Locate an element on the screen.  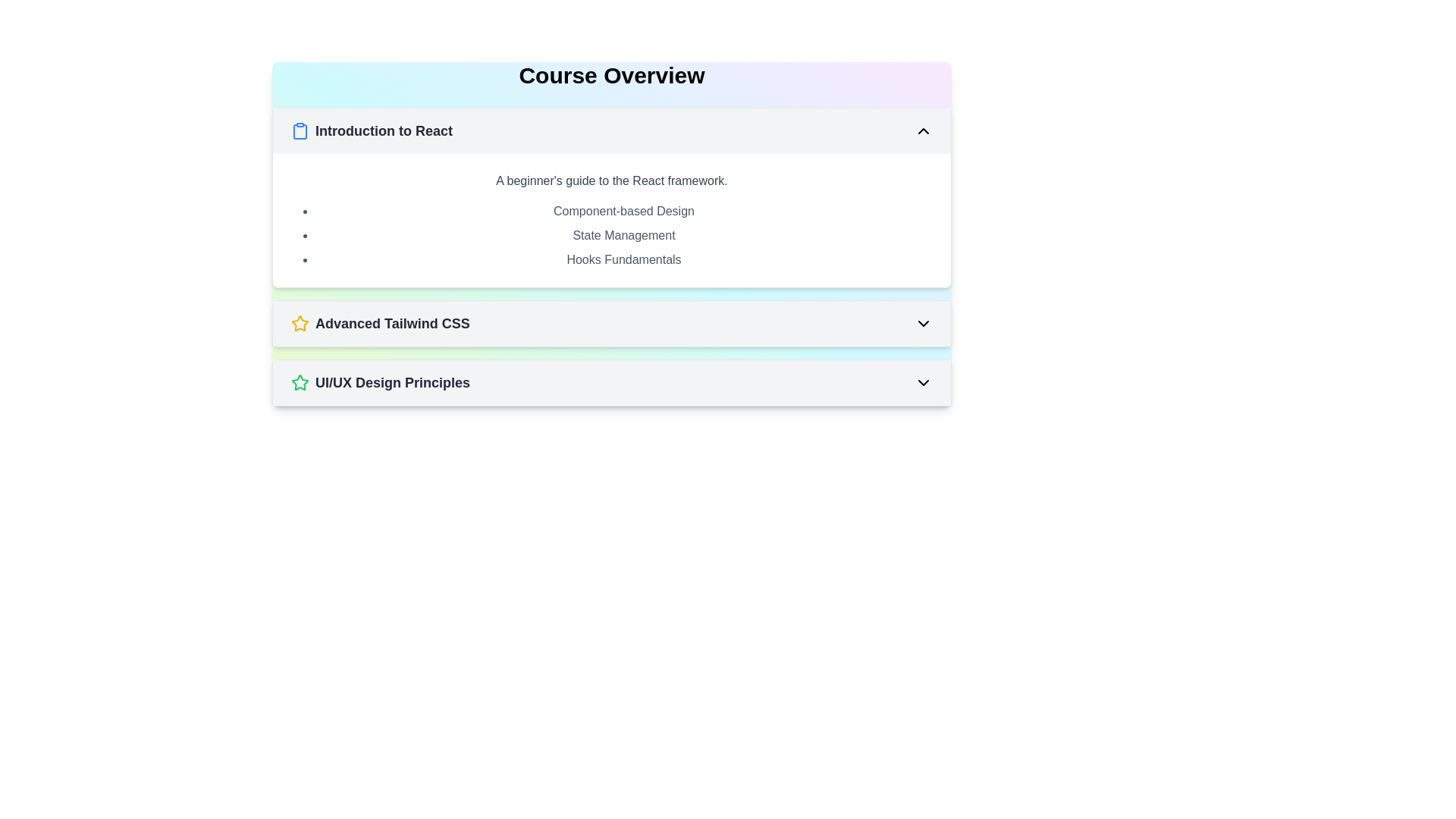
the downward-pointing chevron icon on the far right side of the 'Advanced Tailwind CSS' section is located at coordinates (923, 323).